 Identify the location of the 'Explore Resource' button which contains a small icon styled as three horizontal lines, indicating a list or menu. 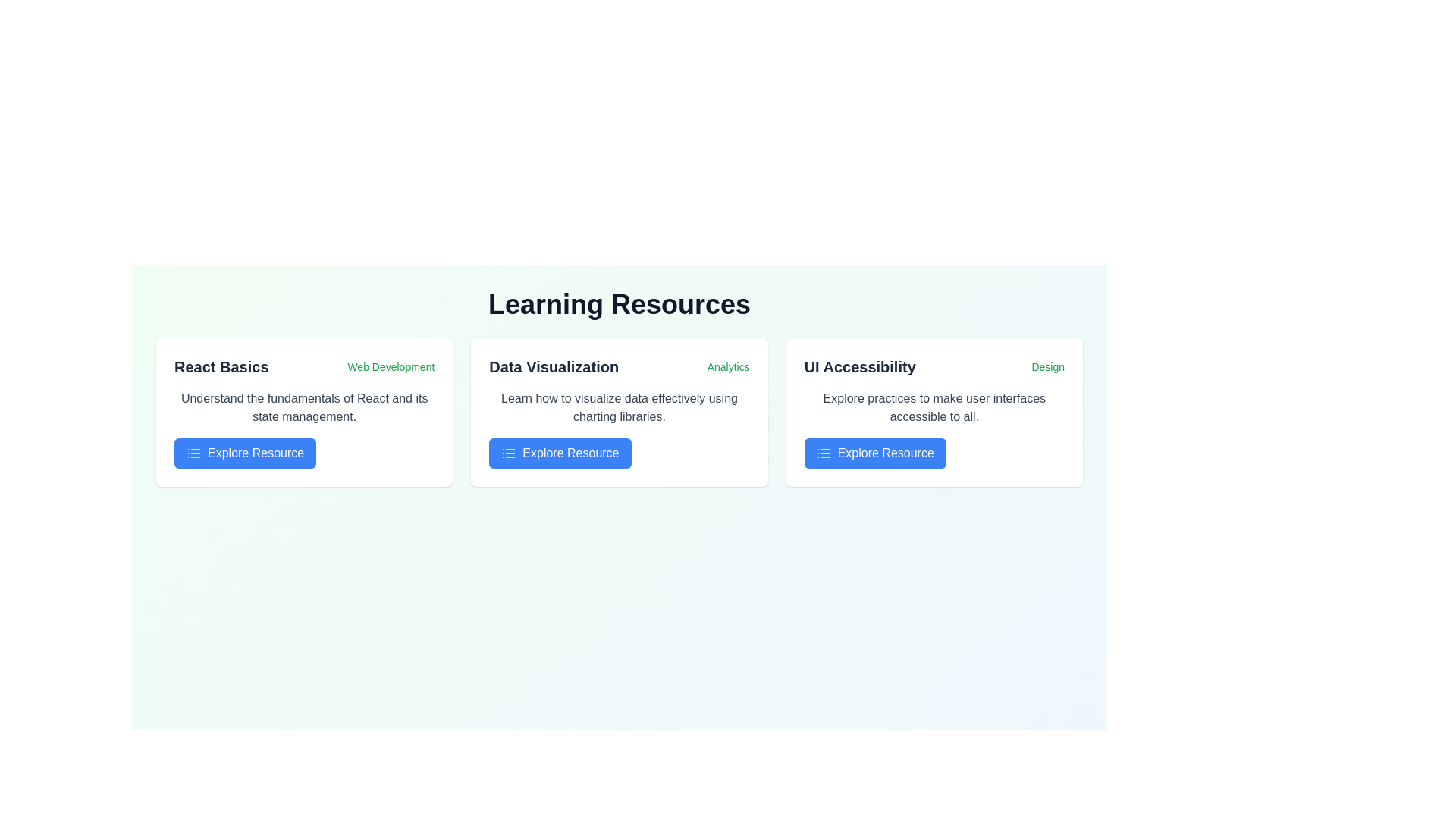
(193, 452).